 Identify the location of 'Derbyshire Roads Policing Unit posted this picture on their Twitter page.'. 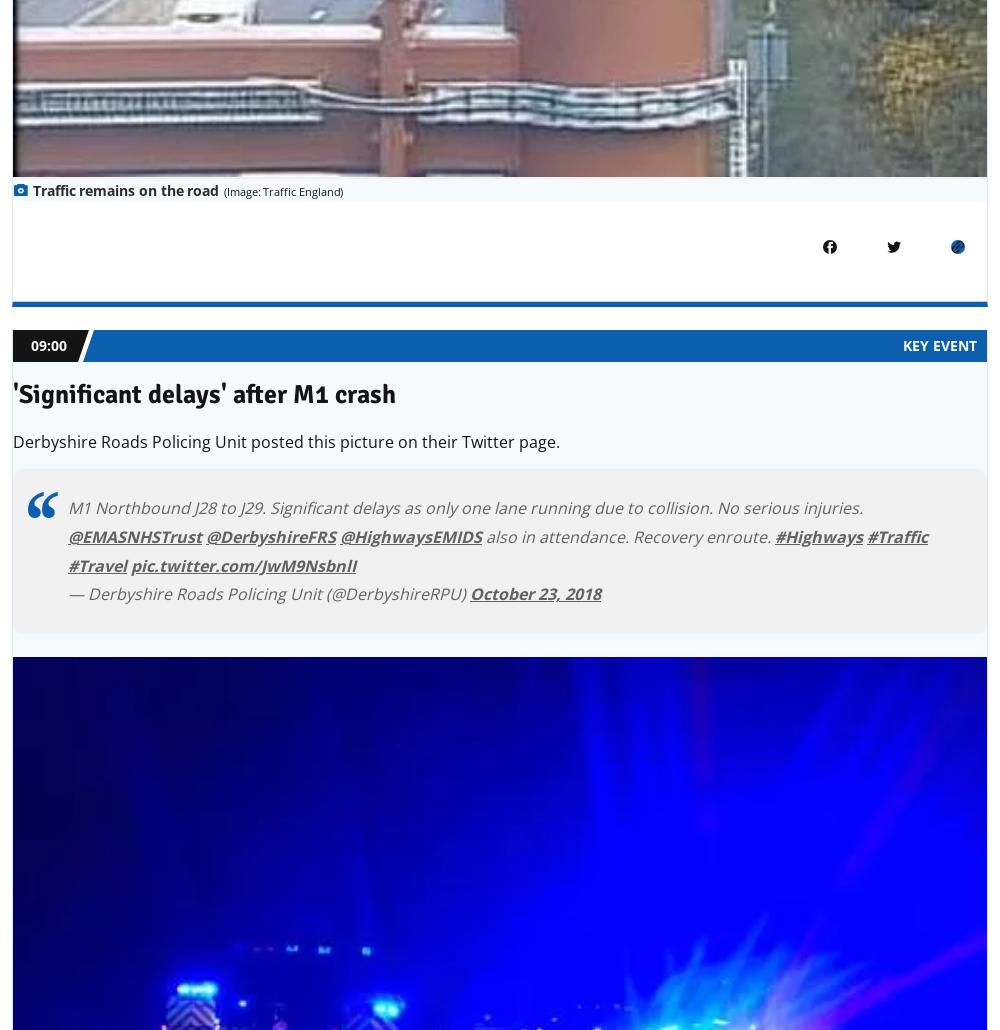
(286, 440).